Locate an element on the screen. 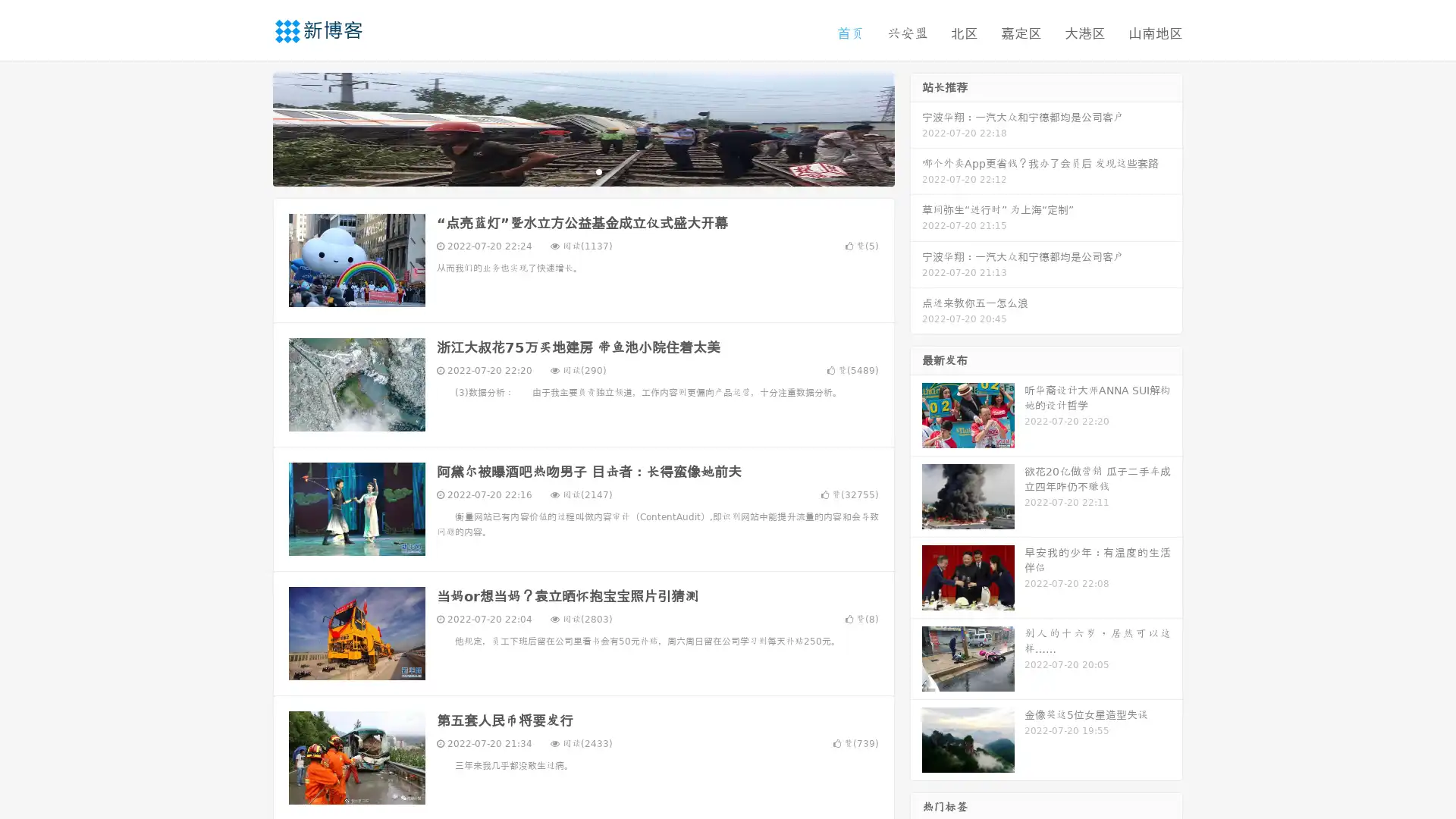  Go to slide 1 is located at coordinates (567, 171).